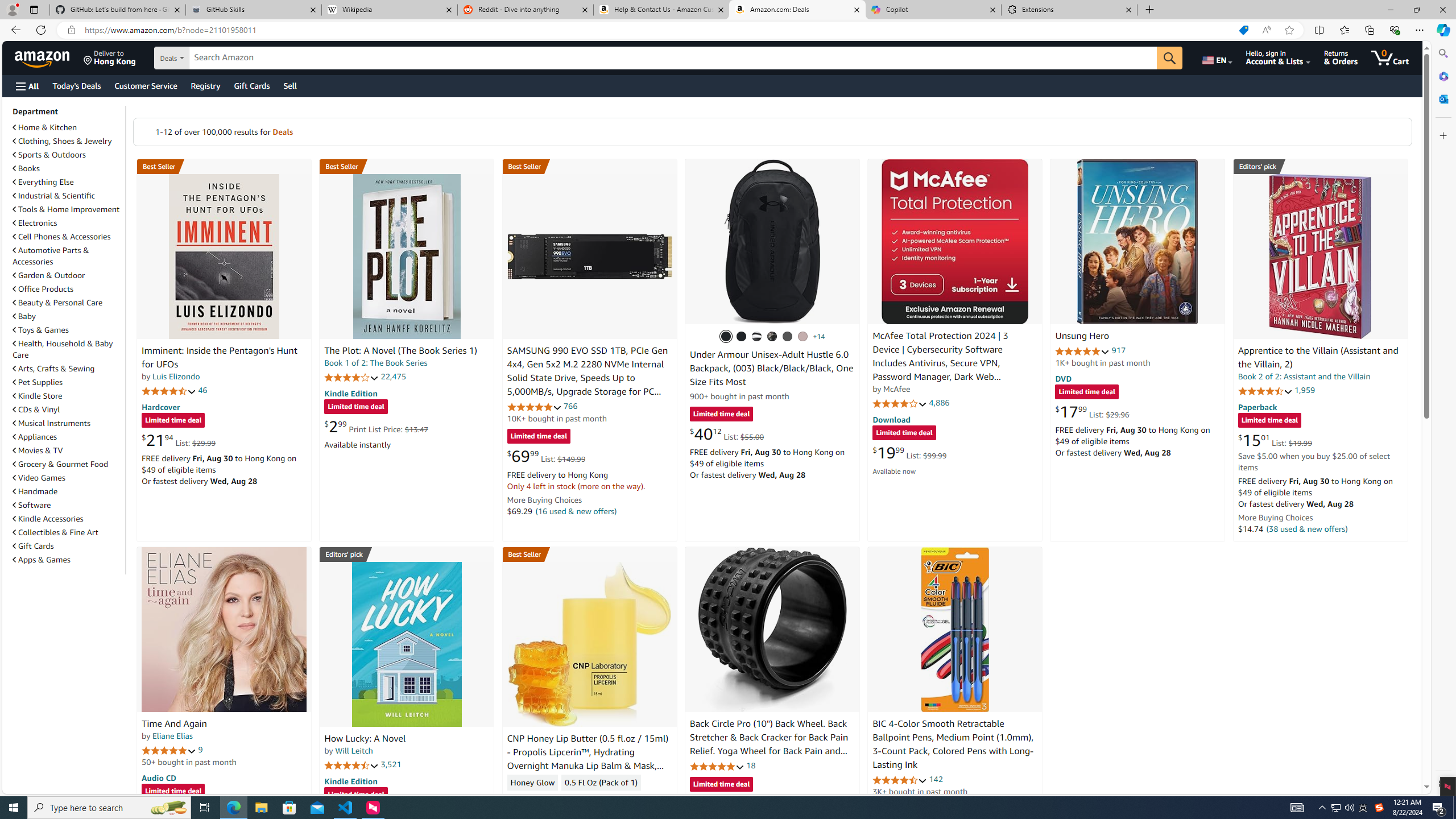 Image resolution: width=1456 pixels, height=819 pixels. What do you see at coordinates (49, 154) in the screenshot?
I see `'Sports & Outdoors'` at bounding box center [49, 154].